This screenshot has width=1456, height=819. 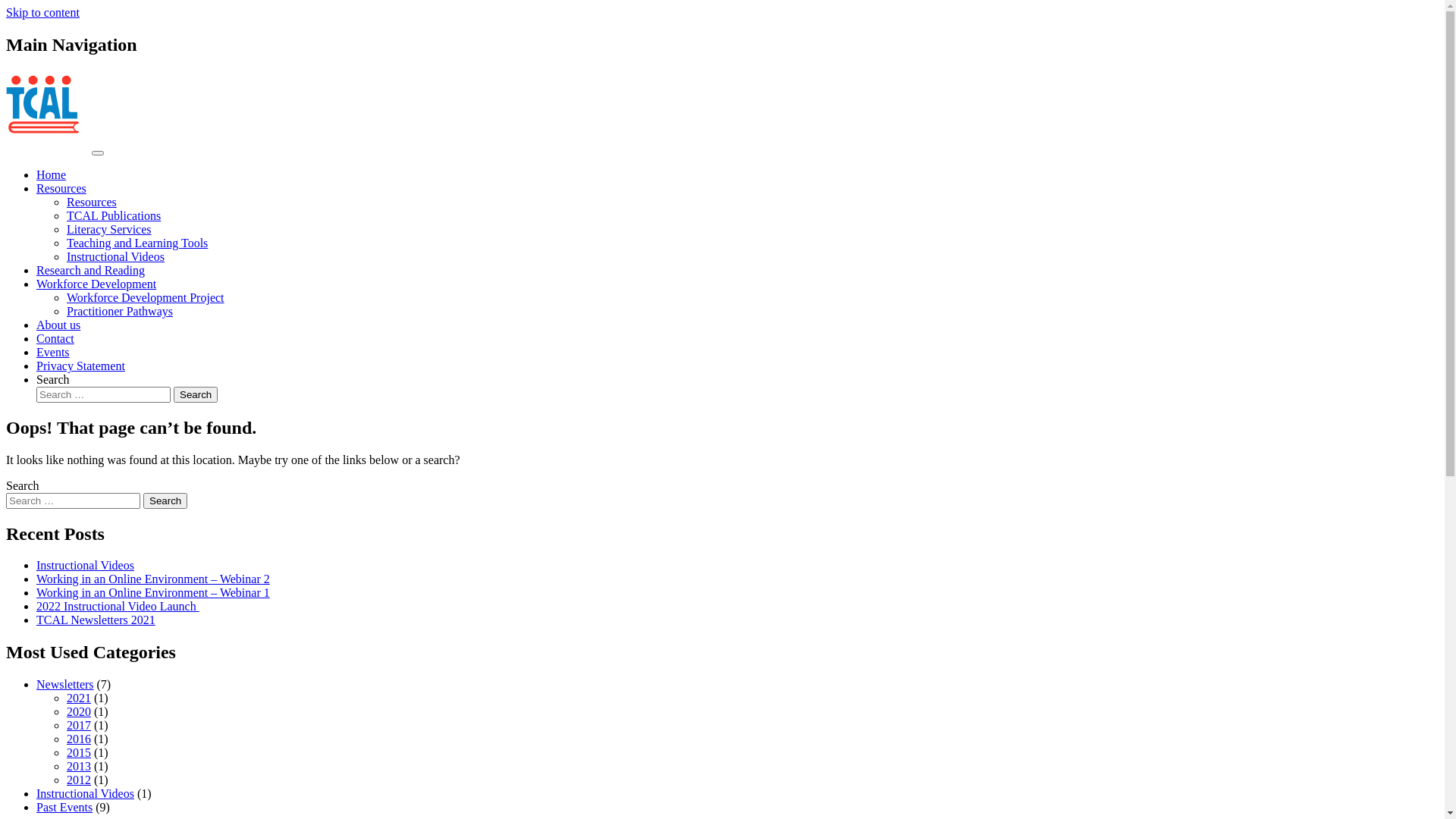 What do you see at coordinates (119, 310) in the screenshot?
I see `'Practitioner Pathways'` at bounding box center [119, 310].